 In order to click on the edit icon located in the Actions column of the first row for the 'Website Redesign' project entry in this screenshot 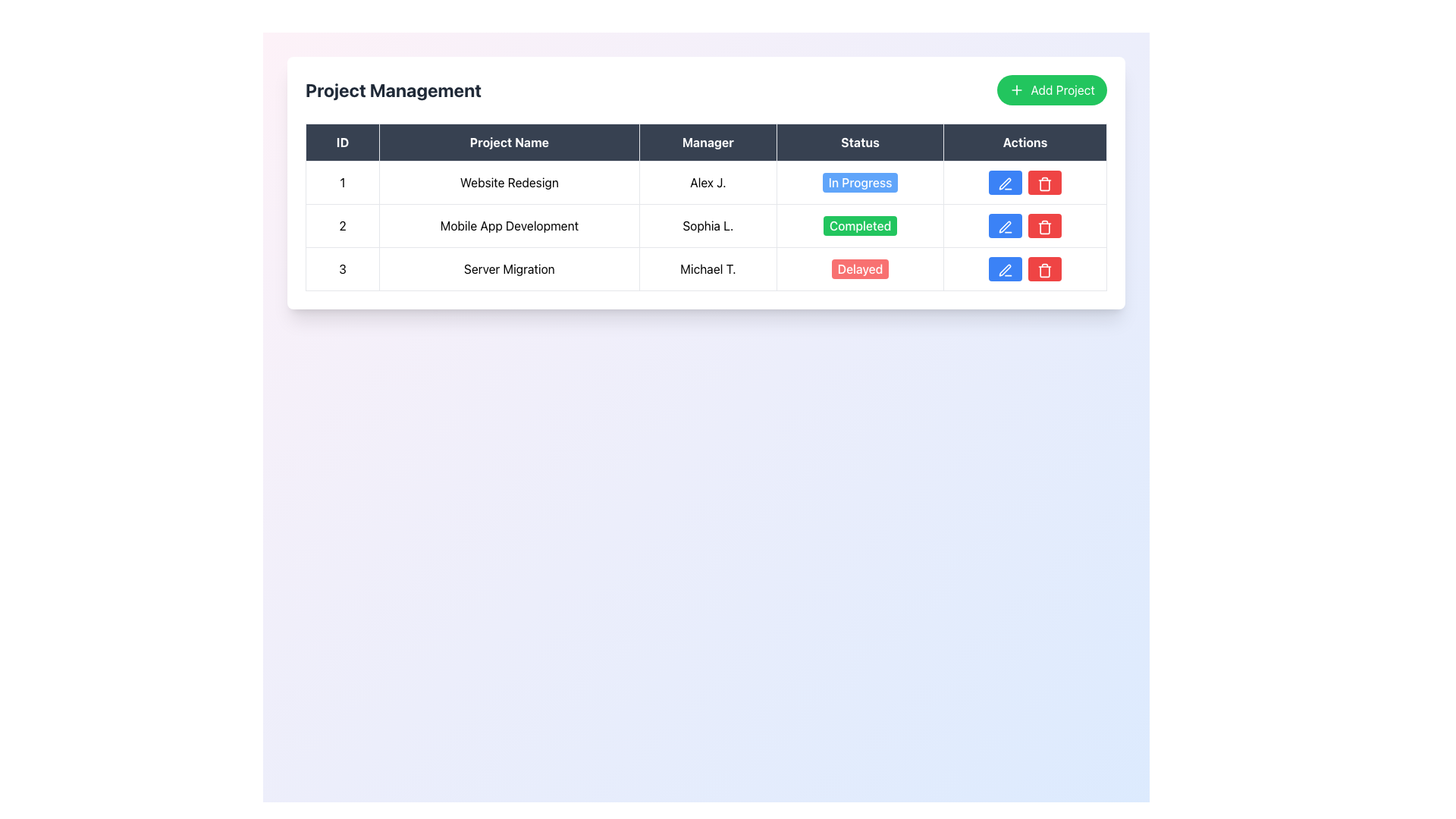, I will do `click(1004, 183)`.